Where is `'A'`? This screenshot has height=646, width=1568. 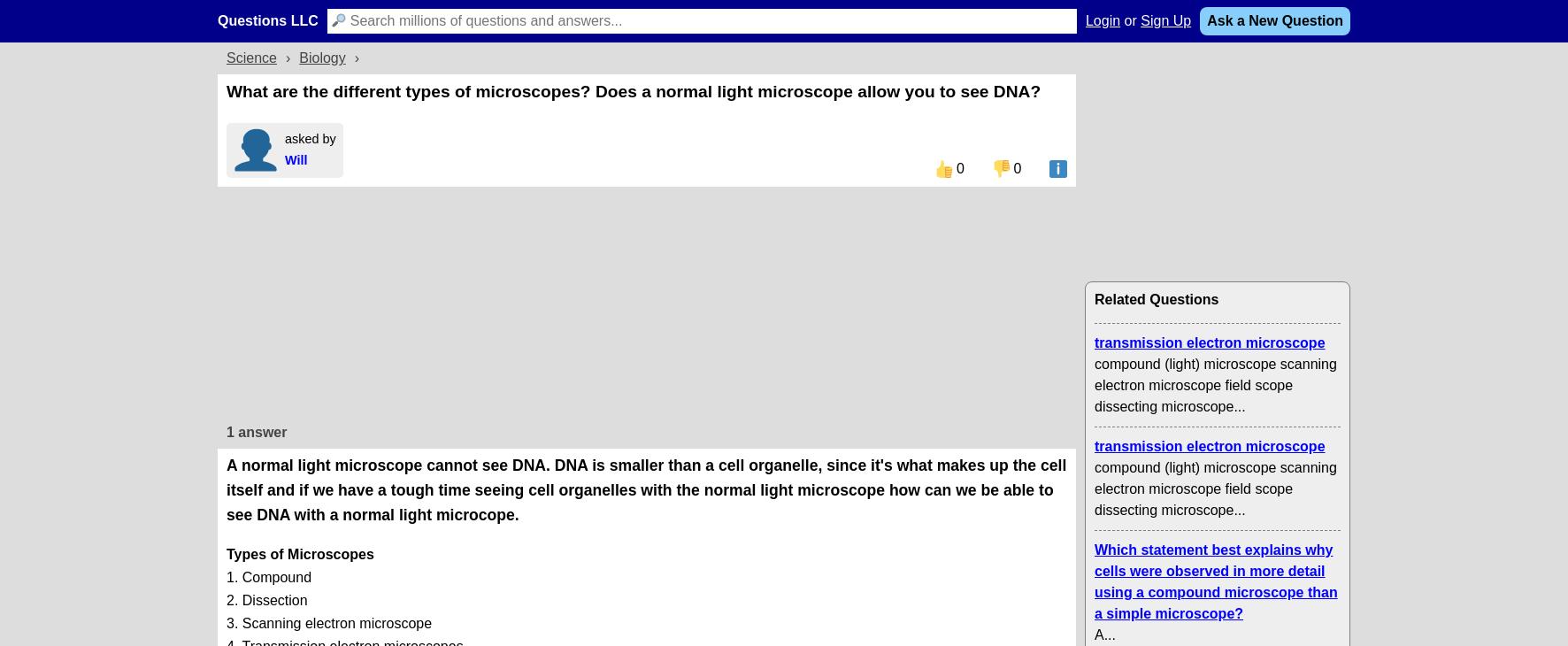
'A' is located at coordinates (1098, 634).